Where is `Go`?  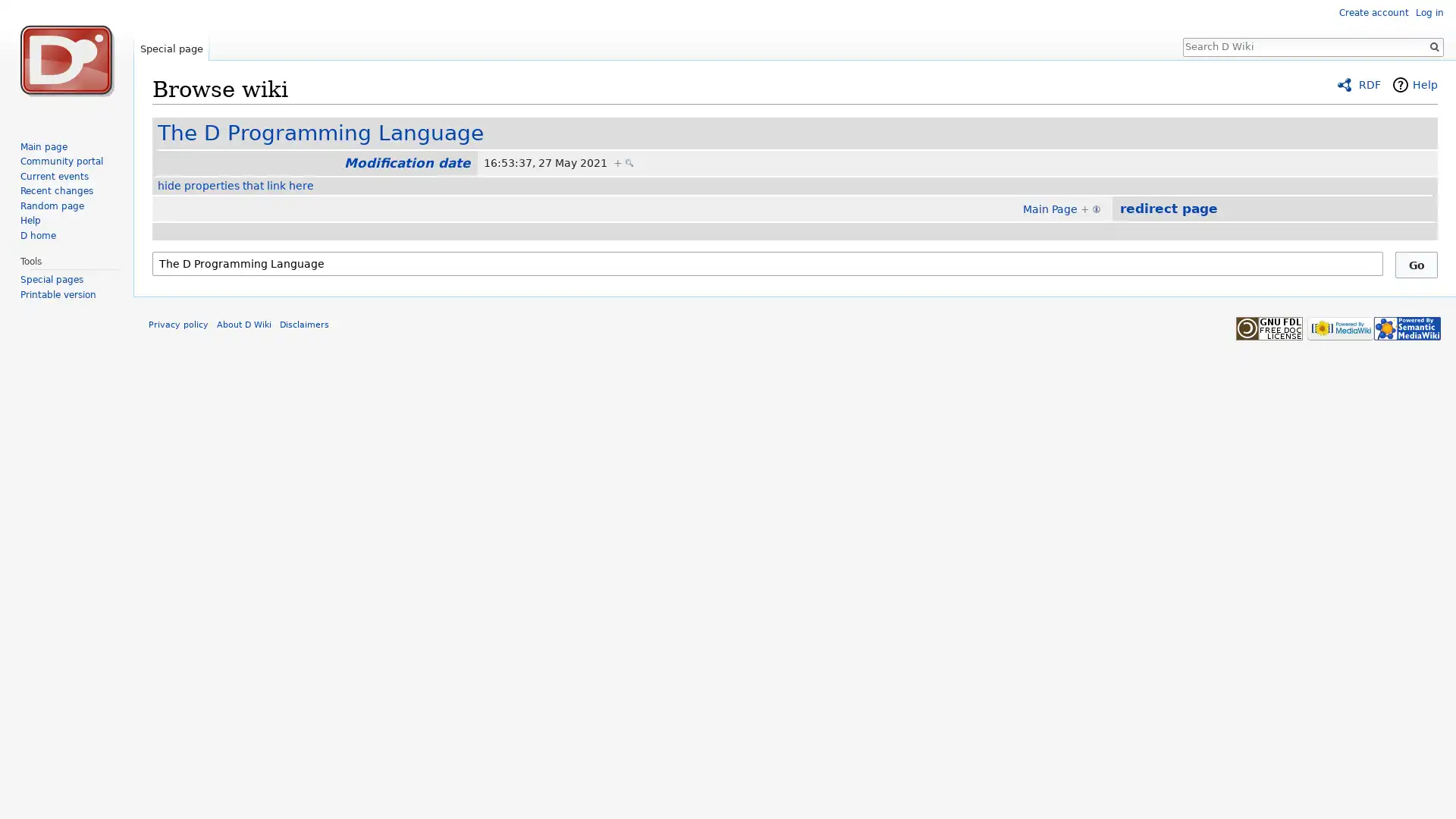
Go is located at coordinates (1415, 263).